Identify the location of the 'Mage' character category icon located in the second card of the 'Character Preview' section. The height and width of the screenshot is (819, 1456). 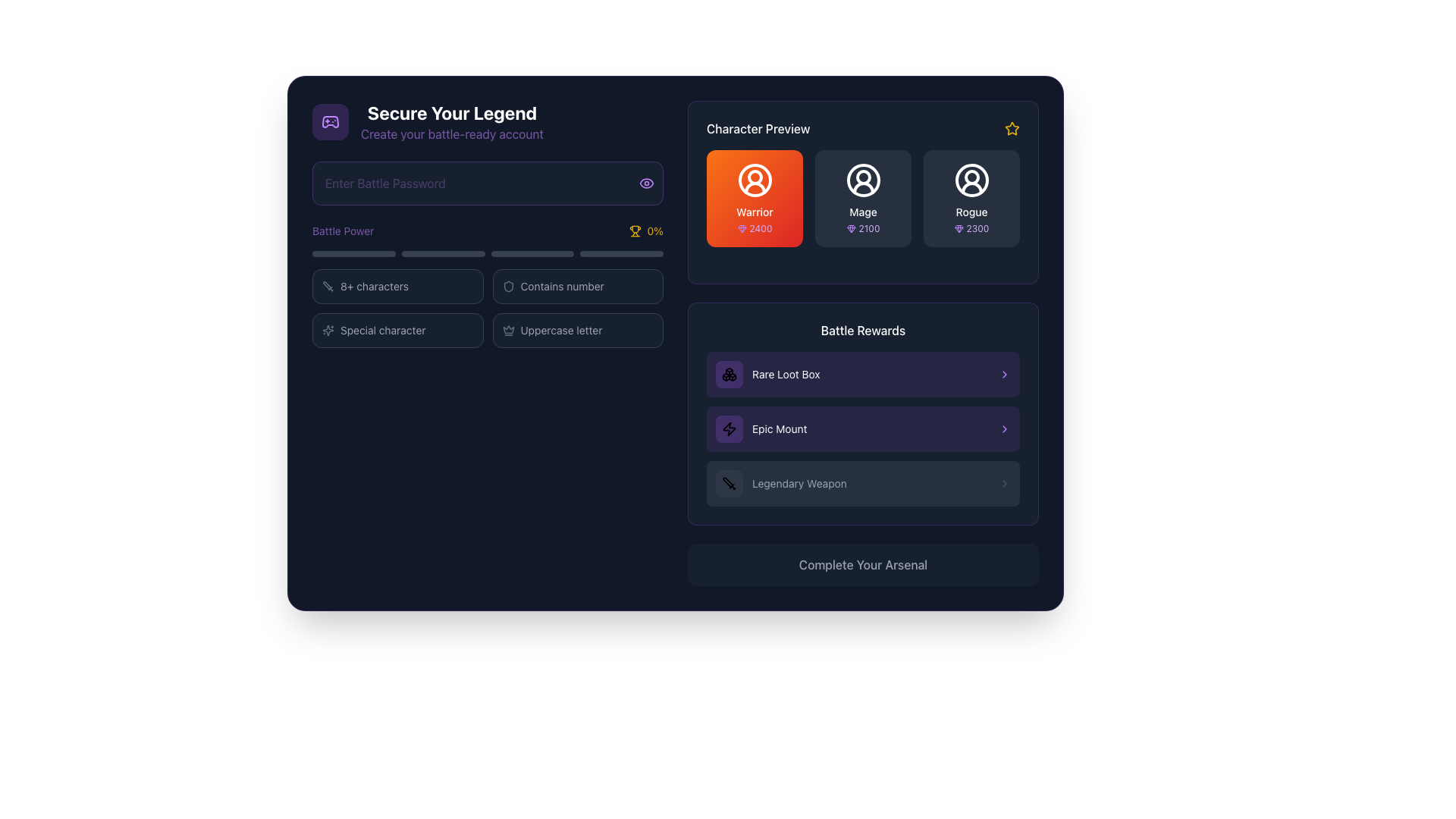
(863, 180).